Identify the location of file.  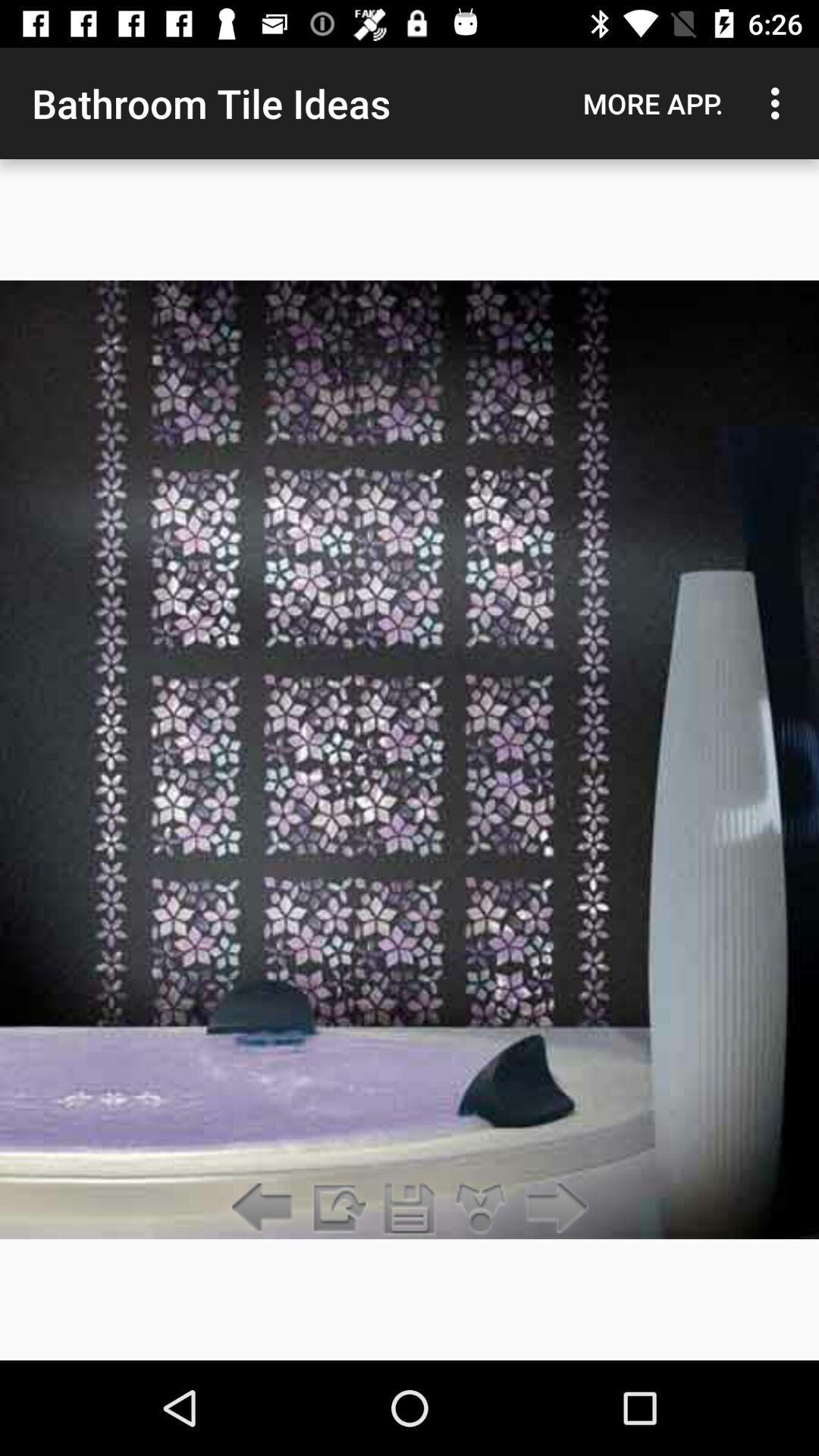
(409, 1208).